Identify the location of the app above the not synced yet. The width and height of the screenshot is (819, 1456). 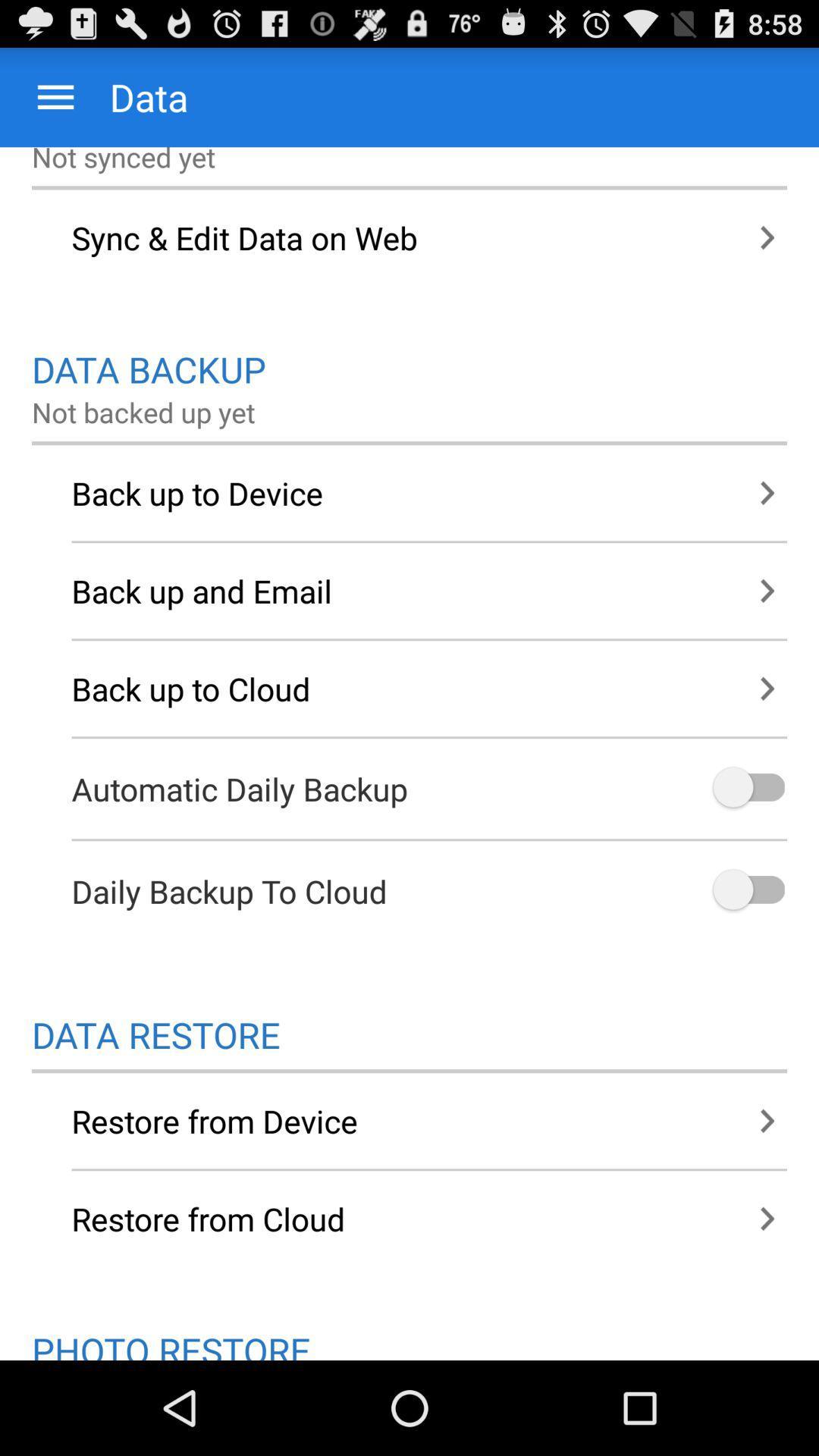
(55, 96).